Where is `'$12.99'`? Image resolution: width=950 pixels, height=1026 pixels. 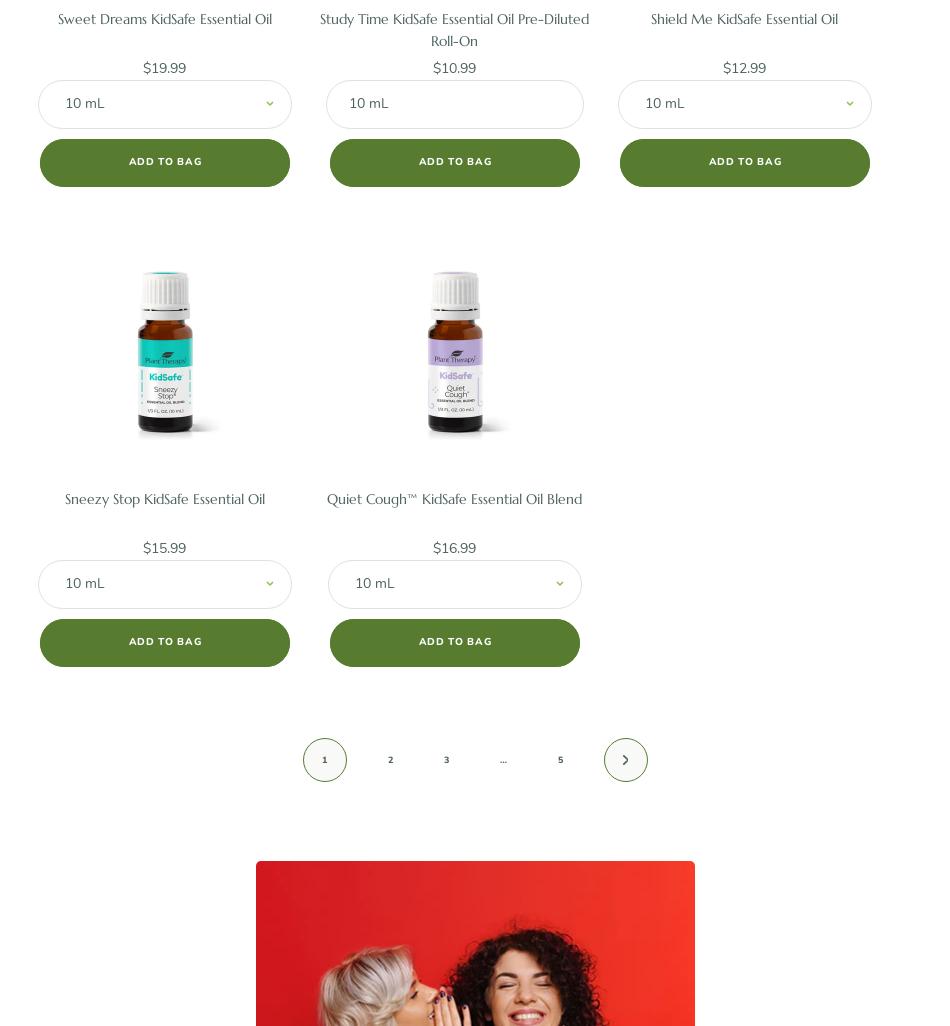
'$12.99' is located at coordinates (743, 66).